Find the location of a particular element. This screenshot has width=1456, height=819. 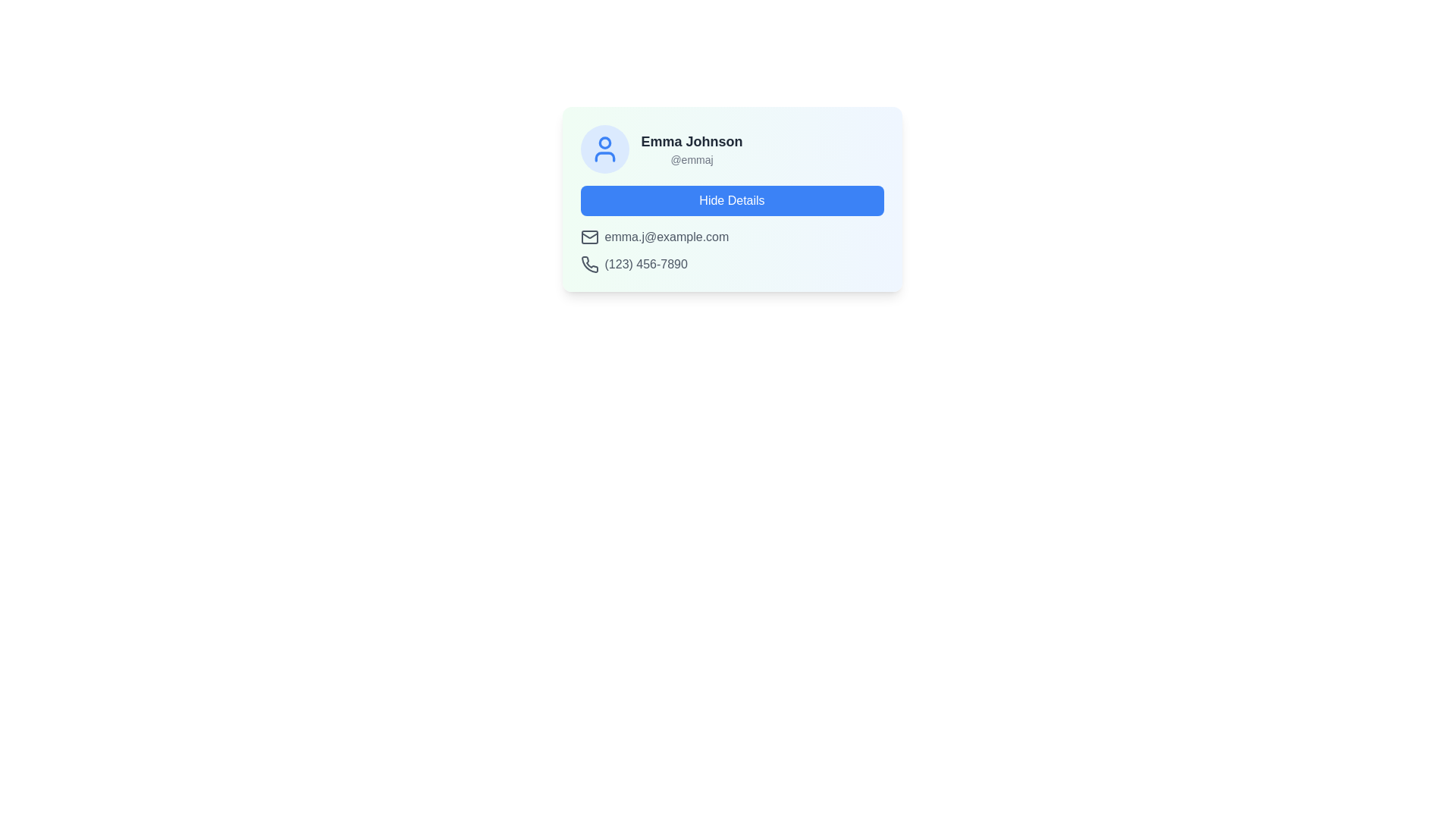

the email address icon that indicates 'emma.j@example.com' as an identifier by interacting with its center point is located at coordinates (588, 237).